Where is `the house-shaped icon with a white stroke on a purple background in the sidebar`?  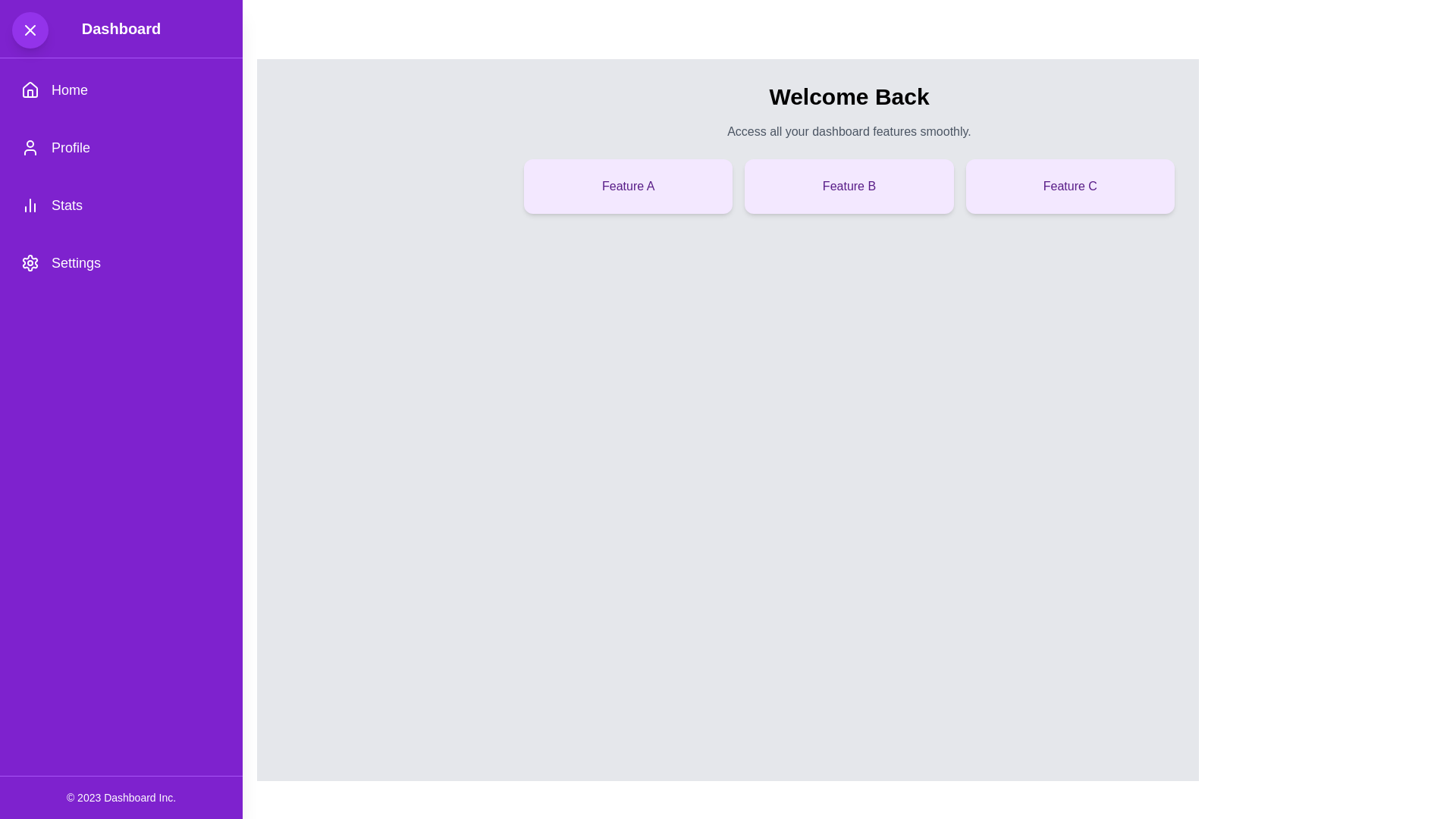 the house-shaped icon with a white stroke on a purple background in the sidebar is located at coordinates (30, 90).